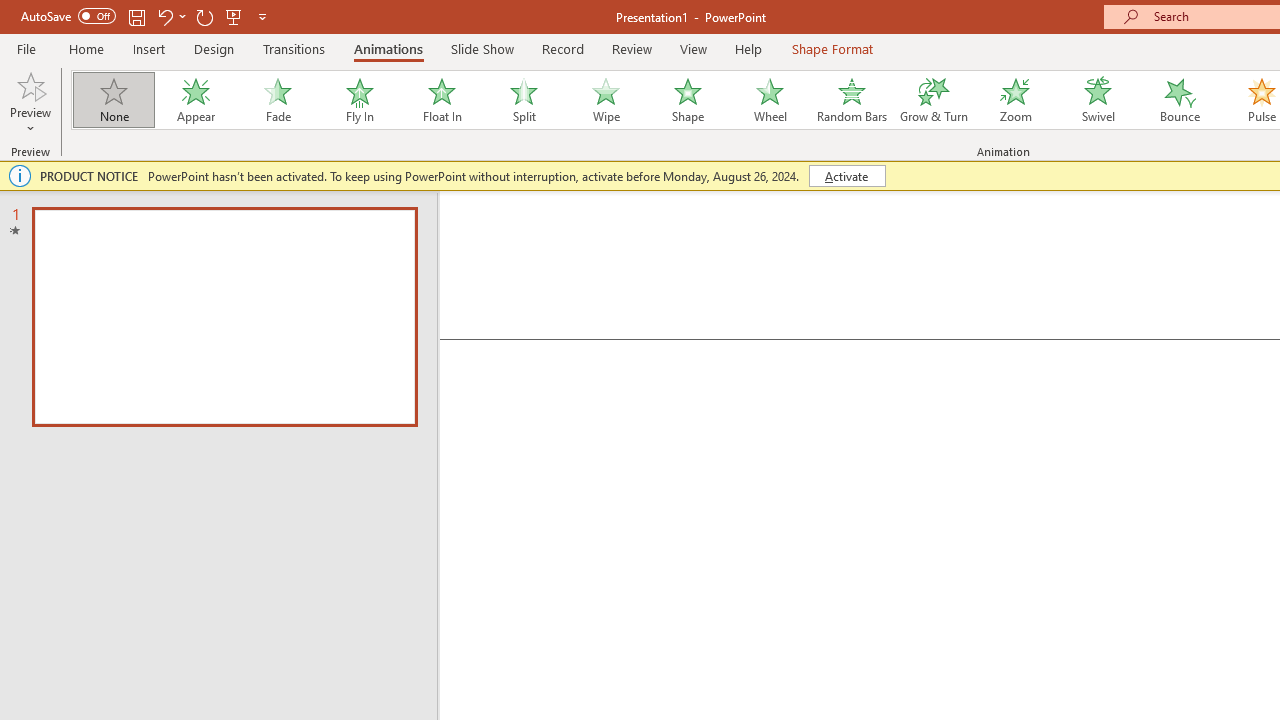 The image size is (1280, 720). I want to click on 'Fade', so click(276, 100).